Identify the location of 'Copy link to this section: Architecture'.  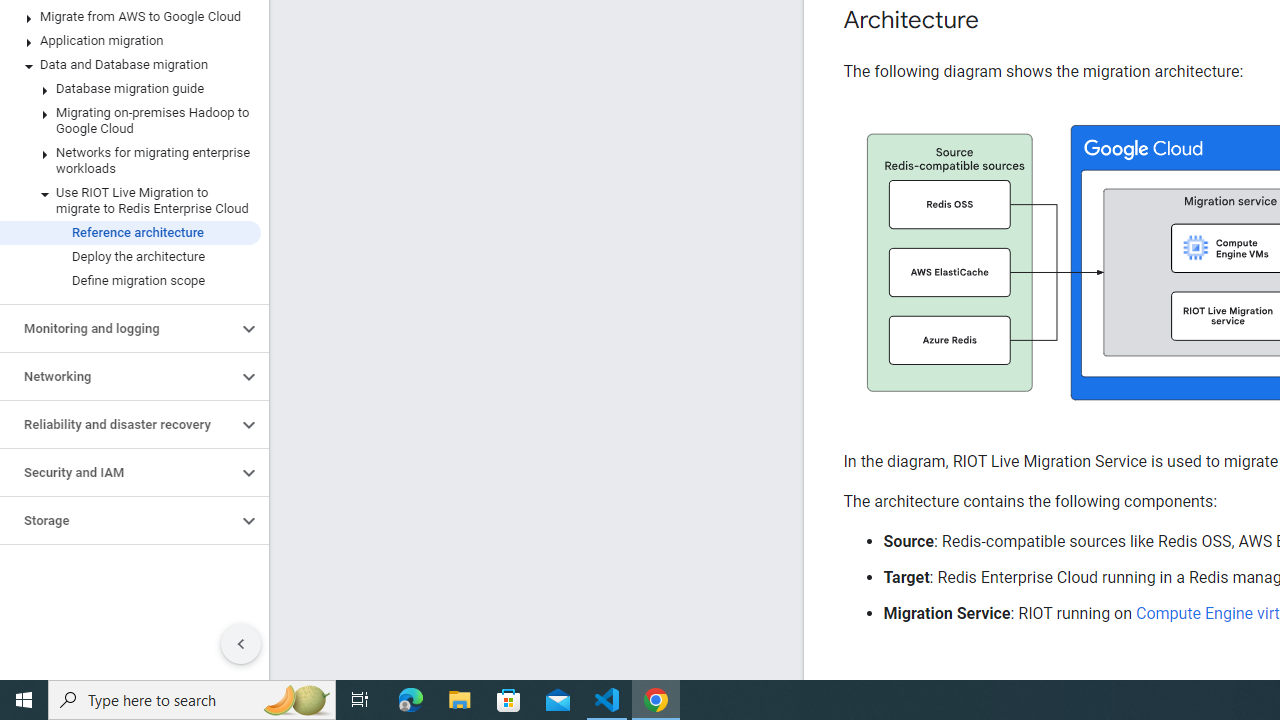
(998, 21).